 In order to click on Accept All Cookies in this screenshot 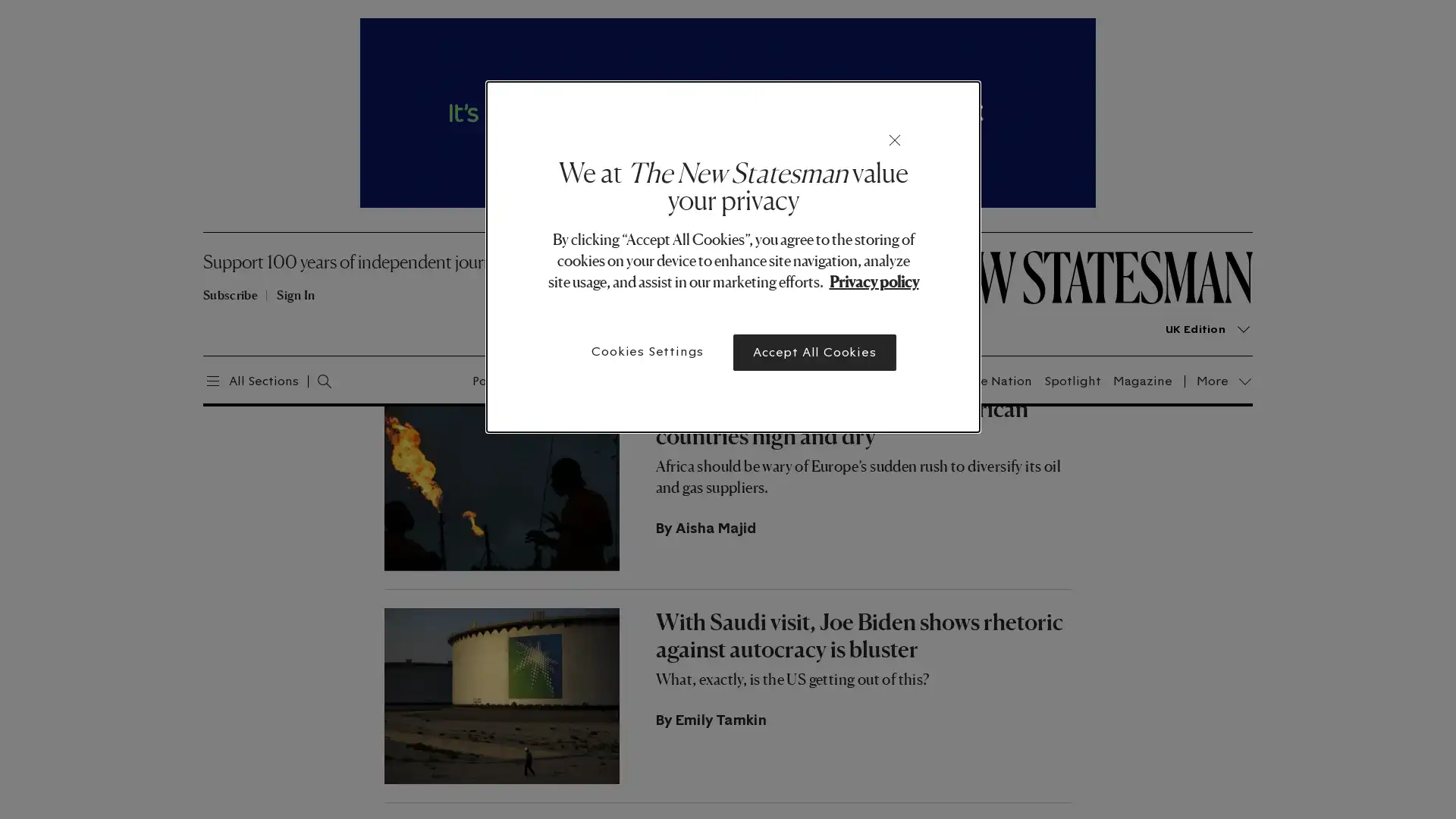, I will do `click(814, 353)`.